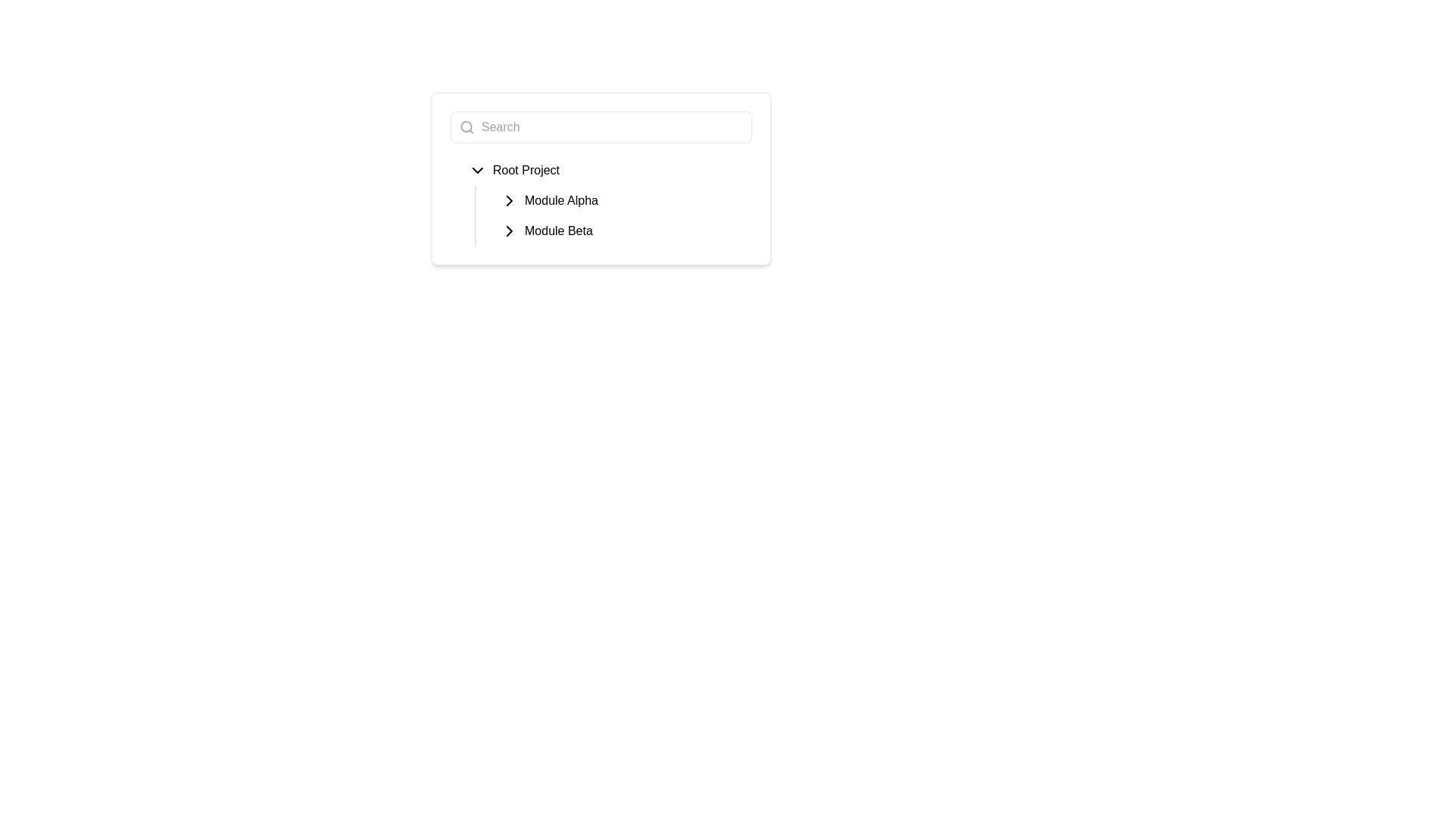 This screenshot has width=1456, height=819. What do you see at coordinates (510, 231) in the screenshot?
I see `the small right-pointing chevron icon next to the 'Module Beta' label` at bounding box center [510, 231].